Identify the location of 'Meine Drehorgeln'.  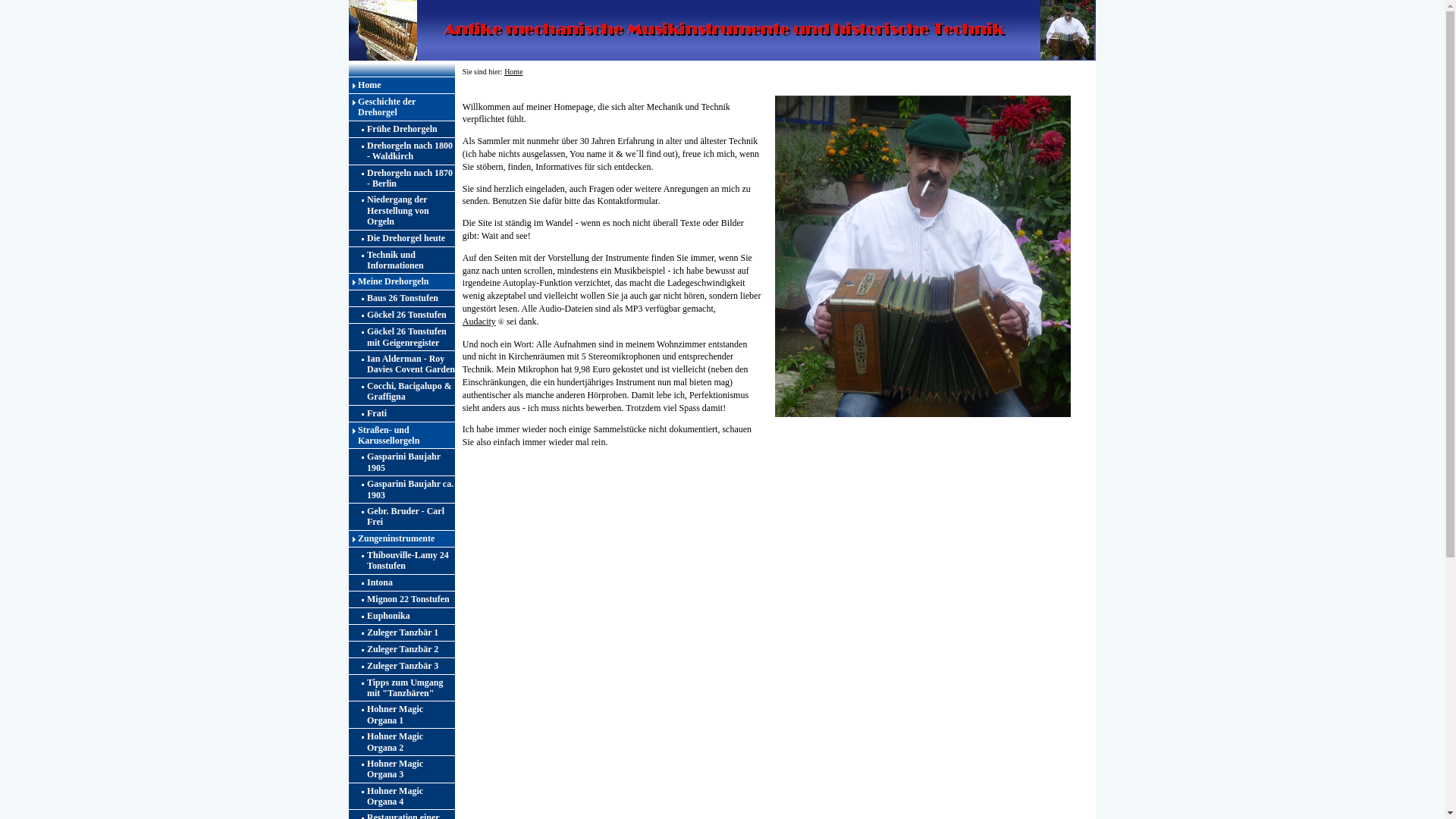
(401, 281).